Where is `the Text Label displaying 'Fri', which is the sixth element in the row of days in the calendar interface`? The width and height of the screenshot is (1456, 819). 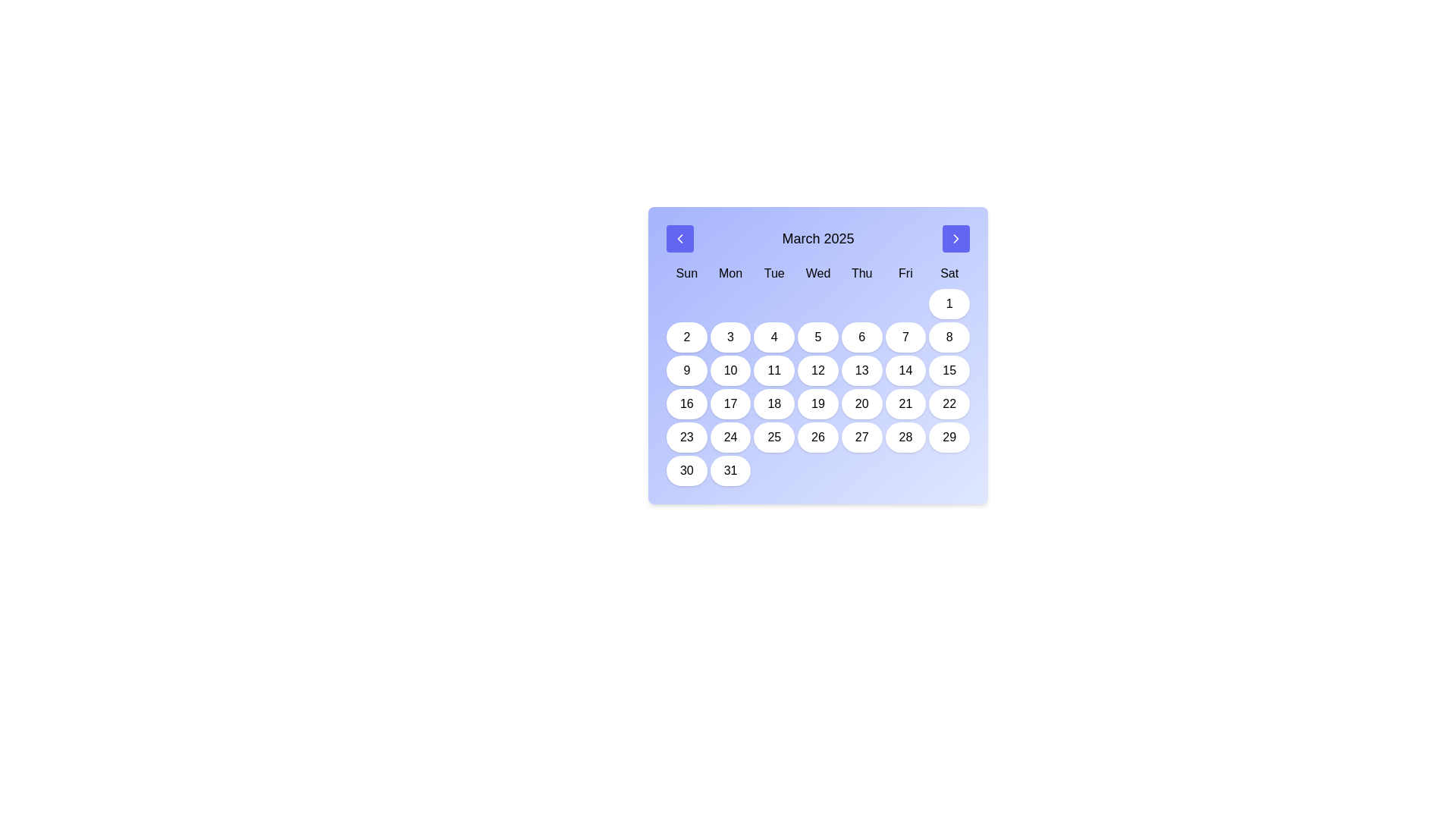 the Text Label displaying 'Fri', which is the sixth element in the row of days in the calendar interface is located at coordinates (905, 274).